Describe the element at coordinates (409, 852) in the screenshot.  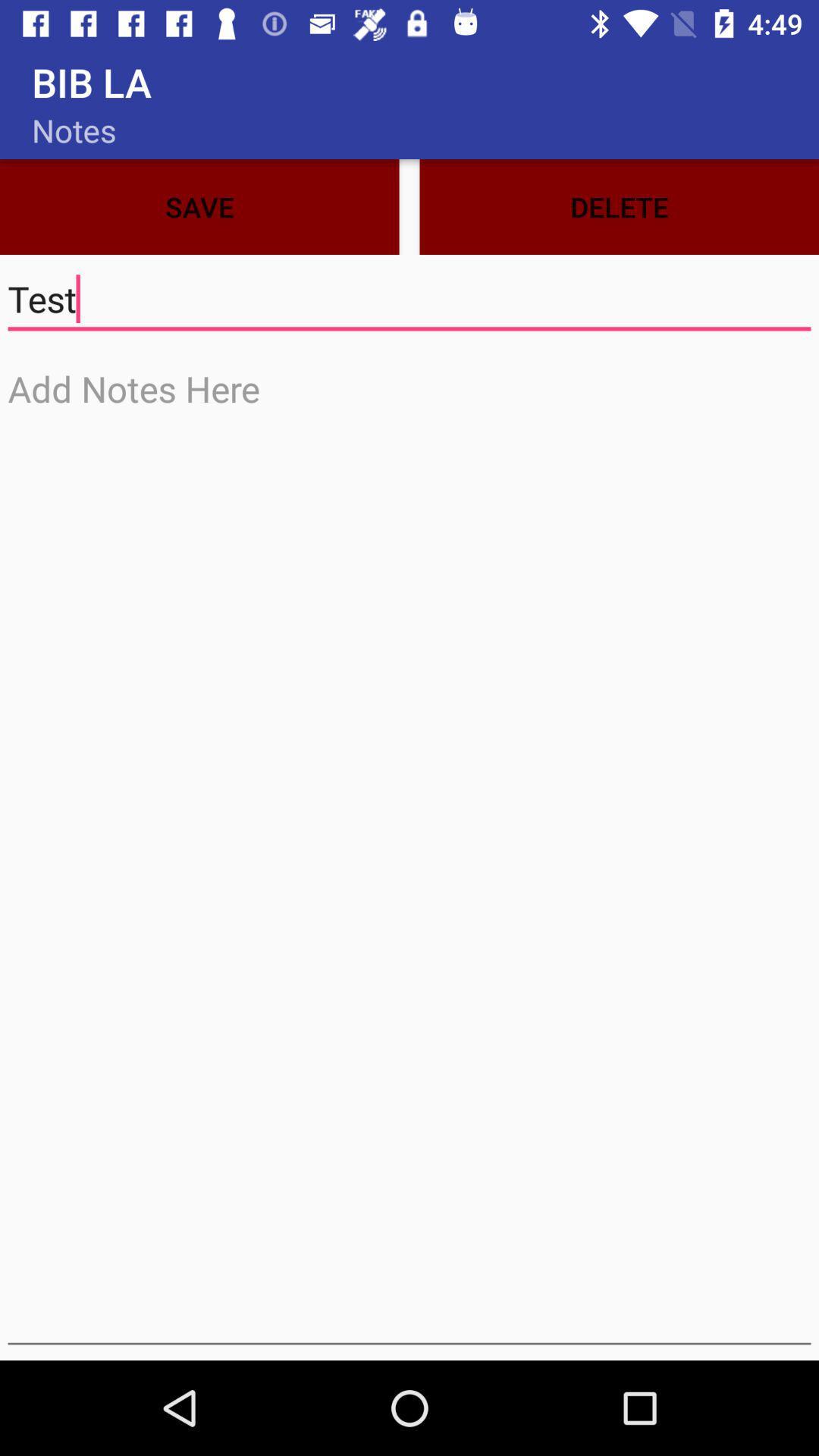
I see `item below the test item` at that location.